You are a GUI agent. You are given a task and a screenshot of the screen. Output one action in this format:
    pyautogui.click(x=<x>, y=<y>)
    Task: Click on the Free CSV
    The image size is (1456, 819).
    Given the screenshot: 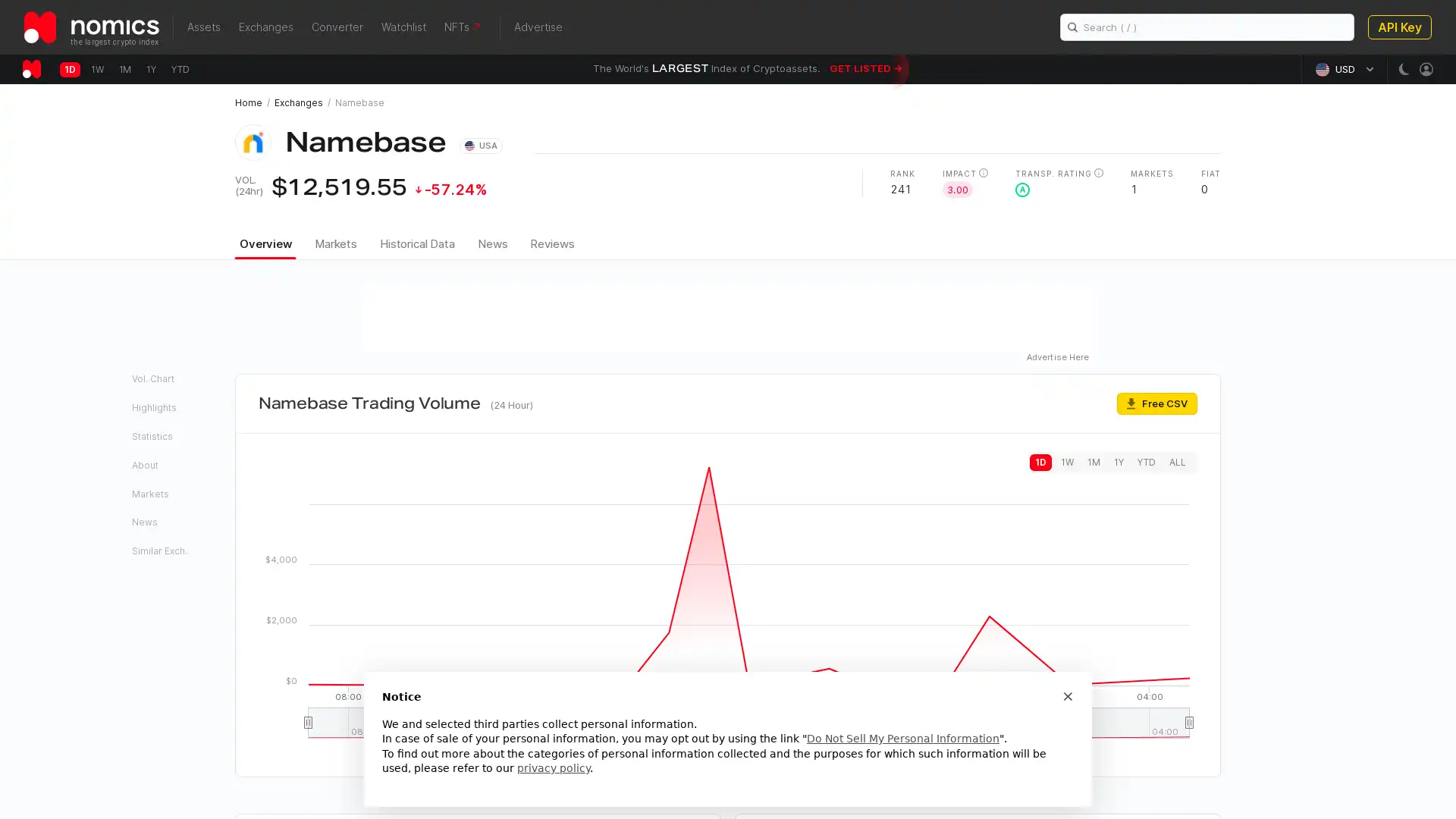 What is the action you would take?
    pyautogui.click(x=1156, y=402)
    